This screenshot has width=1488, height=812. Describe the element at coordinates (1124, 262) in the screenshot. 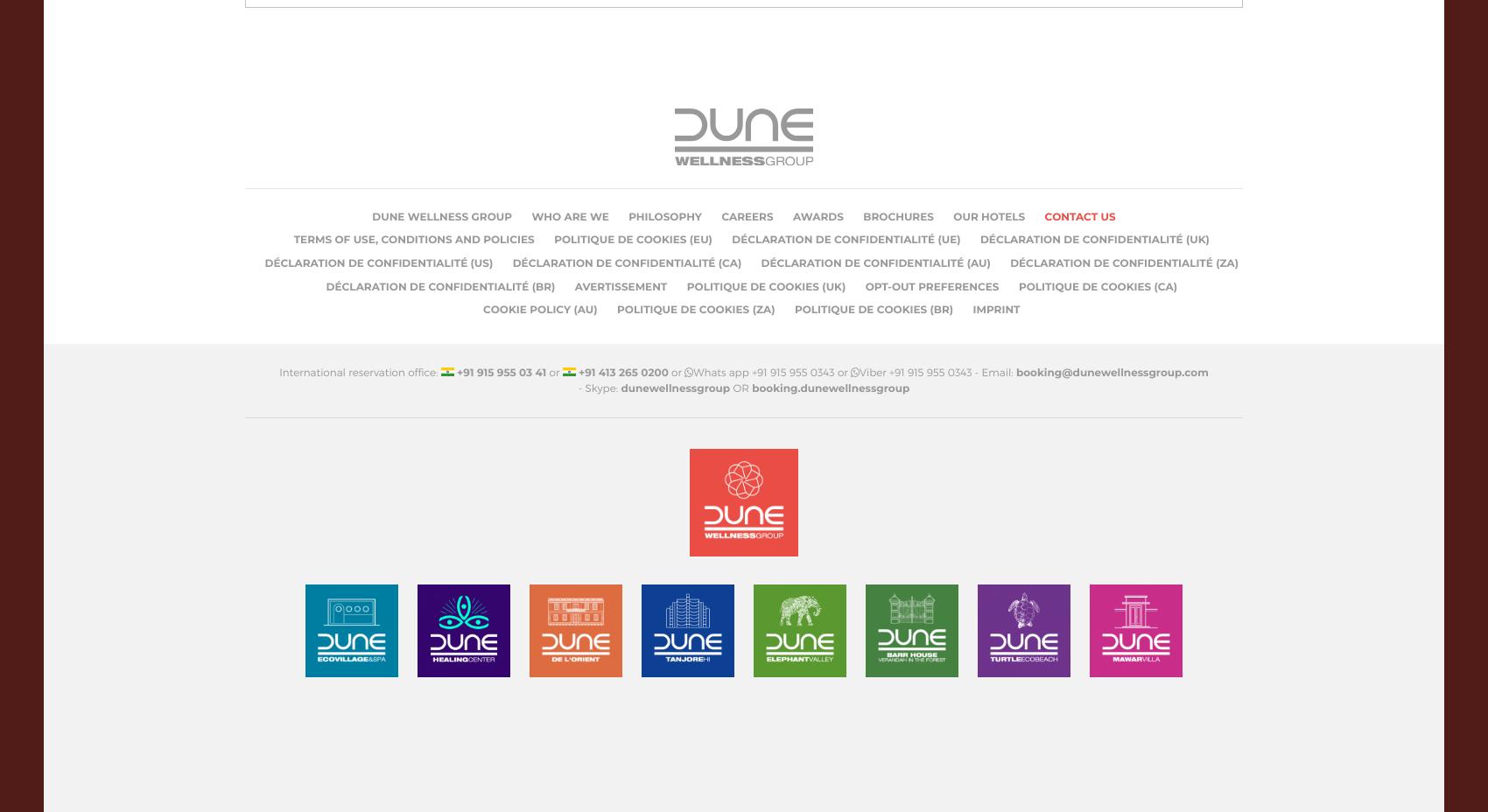

I see `'Déclaration de confidentialité (ZA)'` at that location.